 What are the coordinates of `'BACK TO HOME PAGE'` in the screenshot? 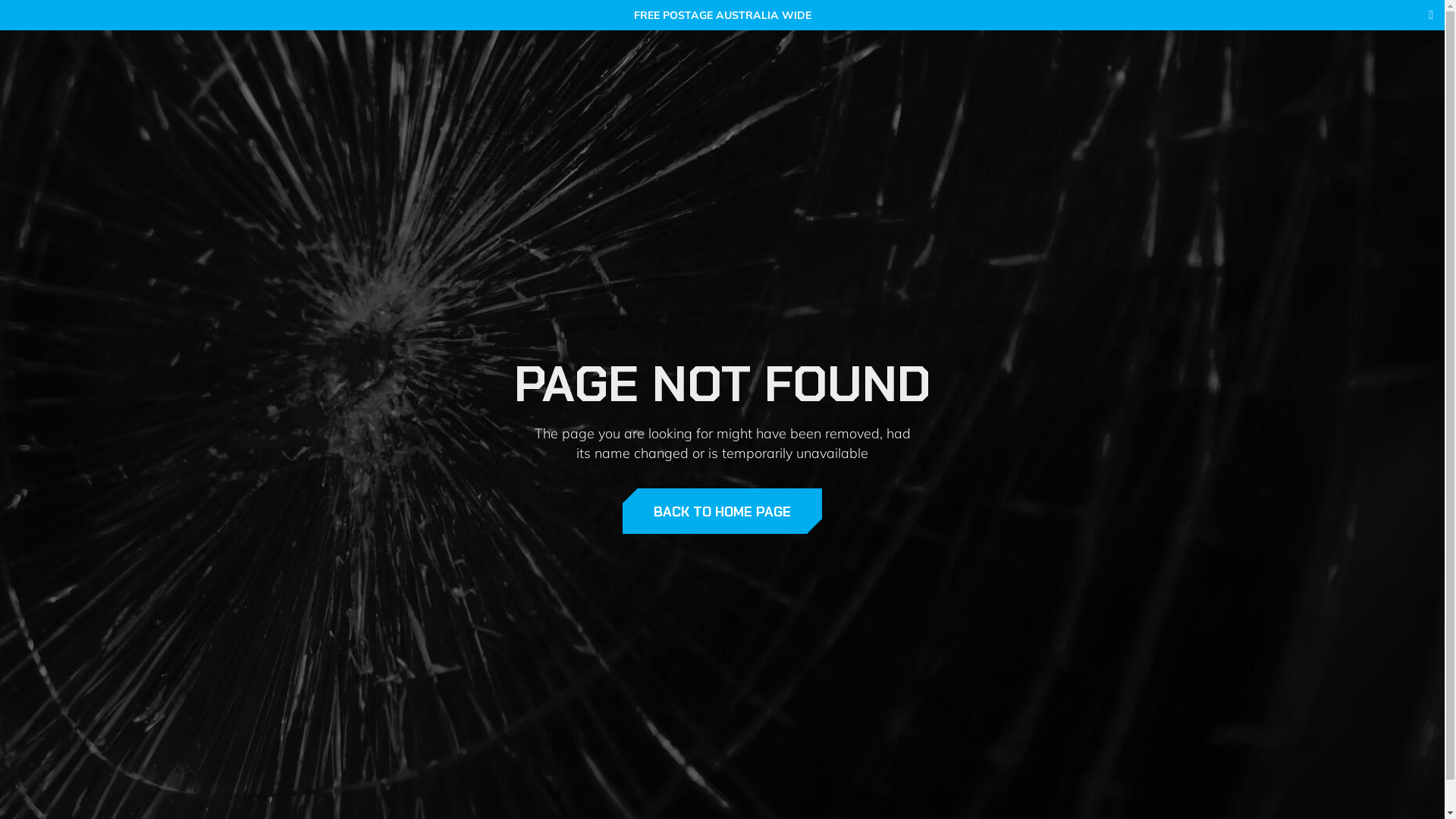 It's located at (622, 511).